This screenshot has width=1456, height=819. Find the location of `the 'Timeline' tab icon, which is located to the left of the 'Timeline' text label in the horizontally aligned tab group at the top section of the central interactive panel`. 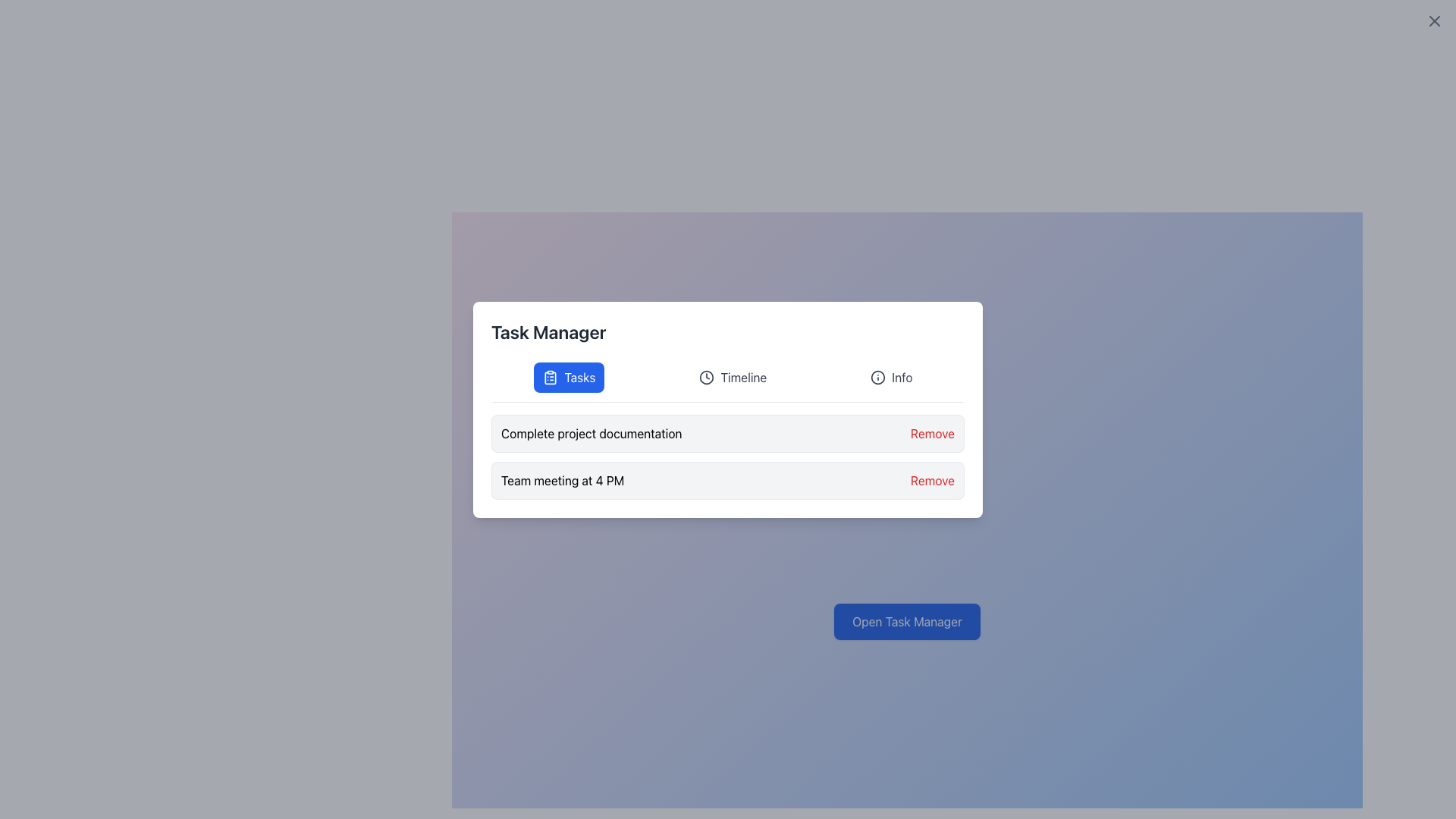

the 'Timeline' tab icon, which is located to the left of the 'Timeline' text label in the horizontally aligned tab group at the top section of the central interactive panel is located at coordinates (706, 376).